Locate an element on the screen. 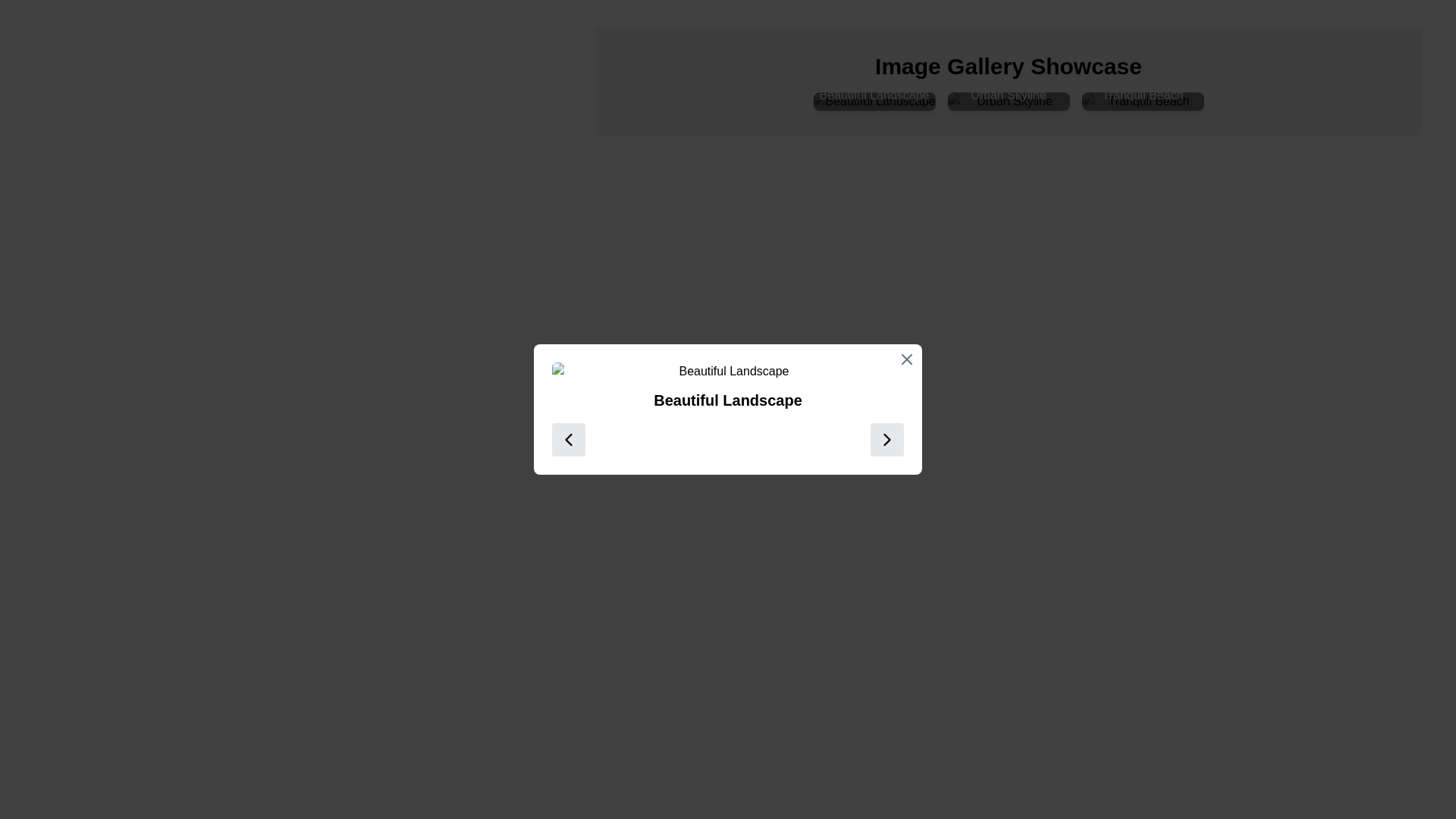  the backwards navigation button (SVG Navigation Control) located to the left of the title 'Beautiful Landscape' in the modal dialog box is located at coordinates (567, 439).